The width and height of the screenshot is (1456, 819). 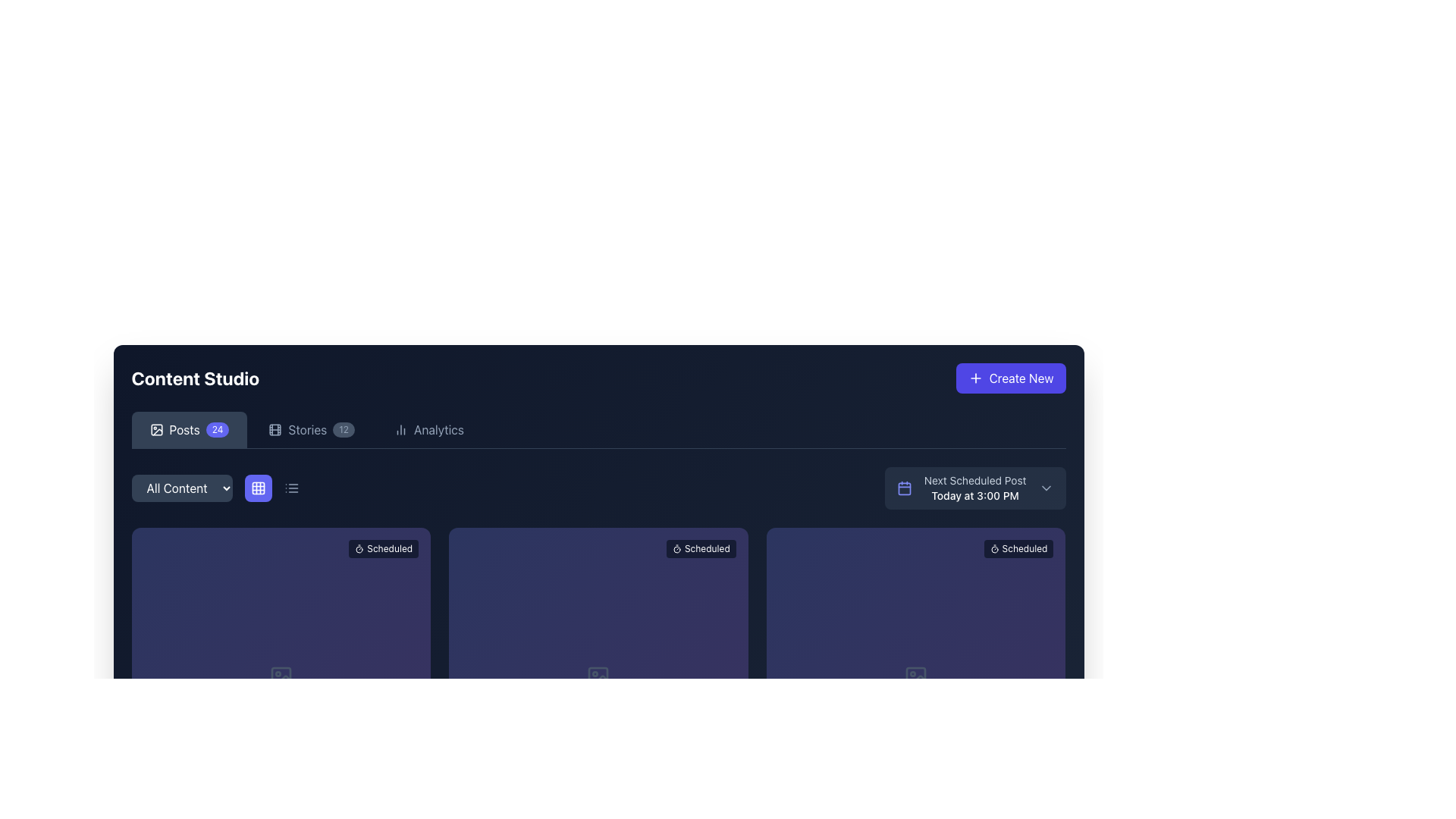 I want to click on the 'Next Scheduled Post' text label, which displays 'Today at 3:00 PM' below it, located in the top-right quadrant of the interface, so click(x=975, y=488).